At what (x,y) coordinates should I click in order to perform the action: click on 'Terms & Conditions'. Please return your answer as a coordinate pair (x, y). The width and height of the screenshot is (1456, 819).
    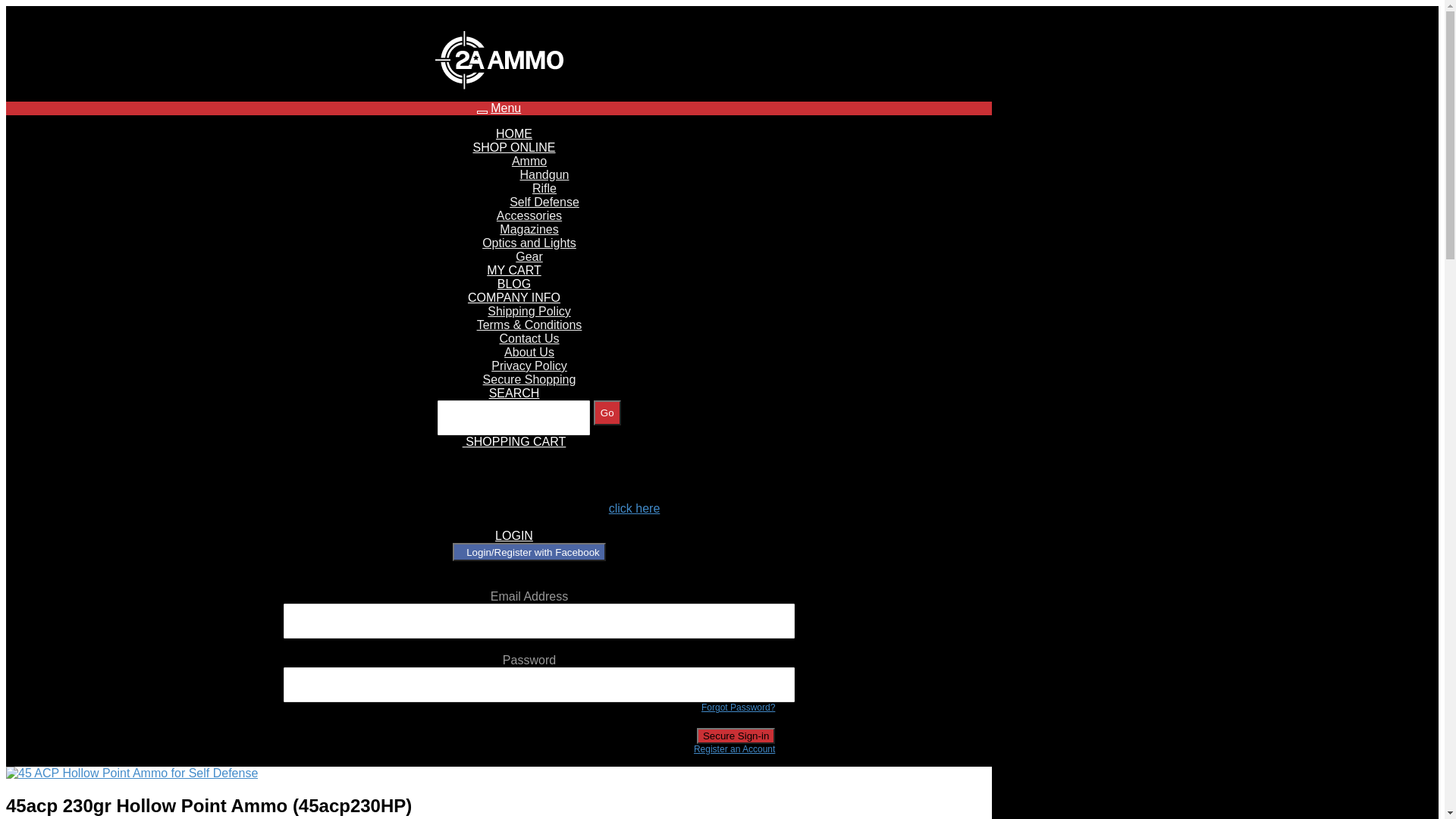
    Looking at the image, I should click on (529, 324).